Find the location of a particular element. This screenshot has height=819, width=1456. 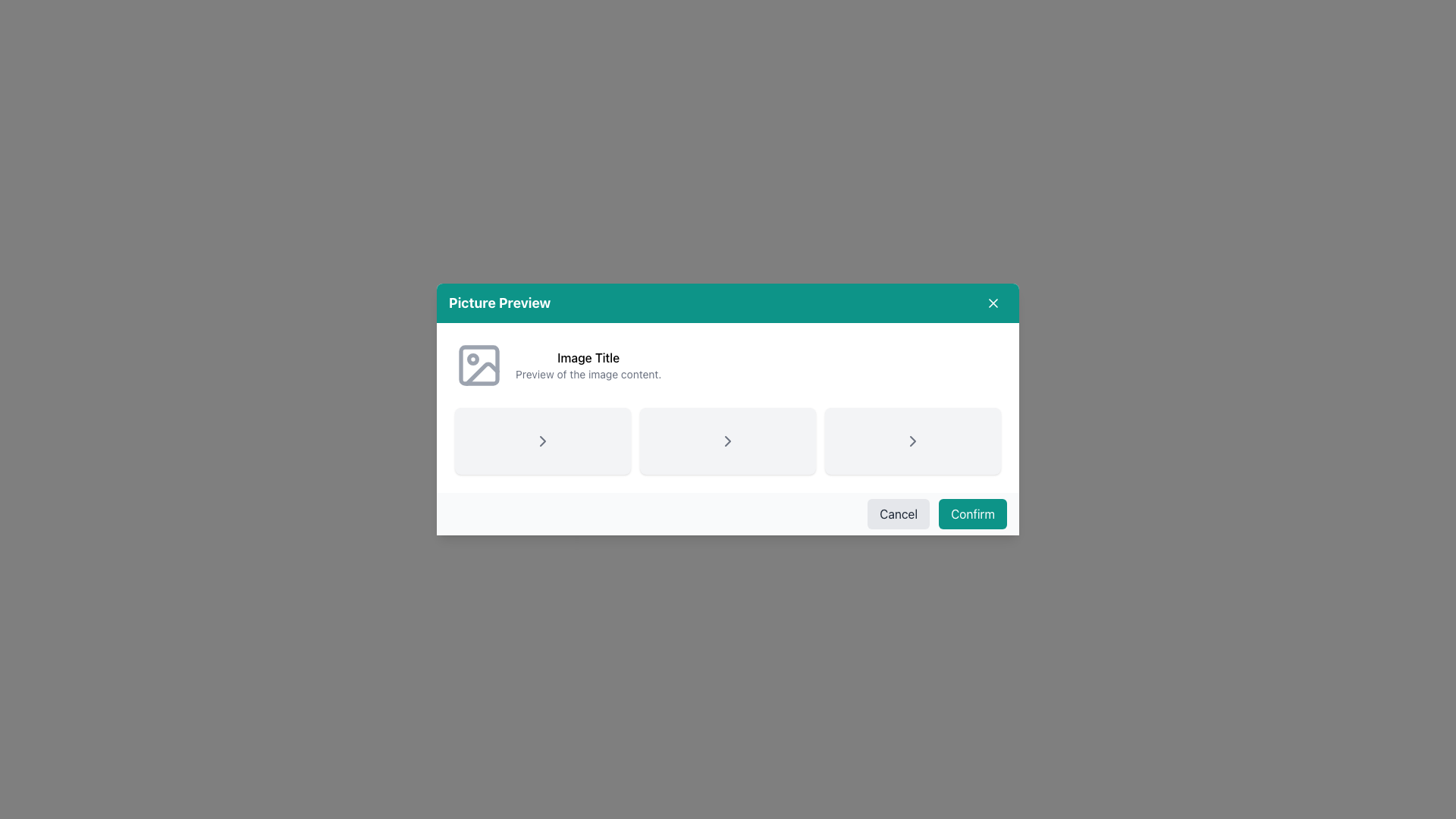

the second button in the grid of three horizontally aligned buttons, which has a light gray background and a chevron icon pointing to the right is located at coordinates (728, 441).